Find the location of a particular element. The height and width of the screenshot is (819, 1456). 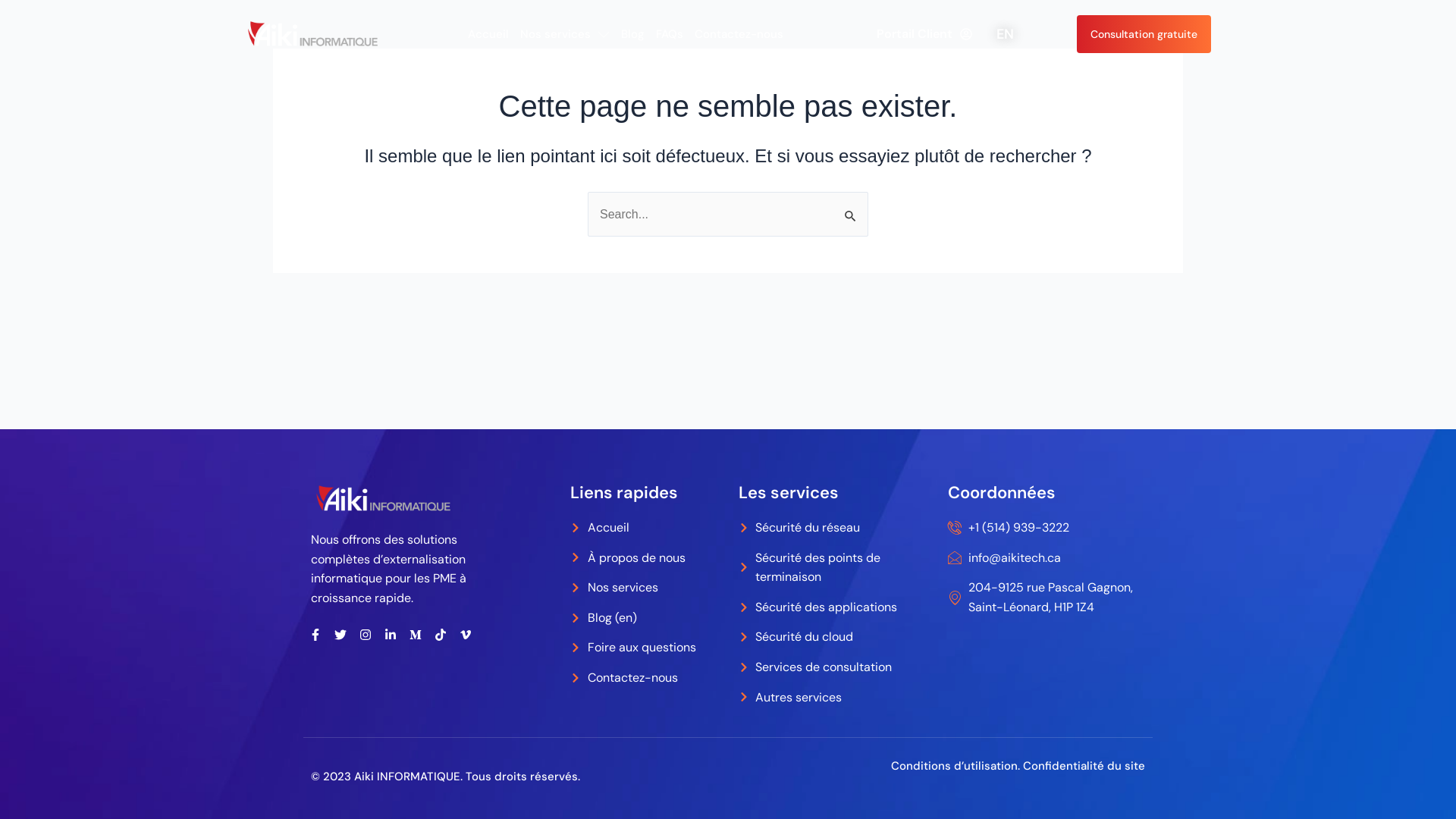

'Facebook-f' is located at coordinates (315, 635).